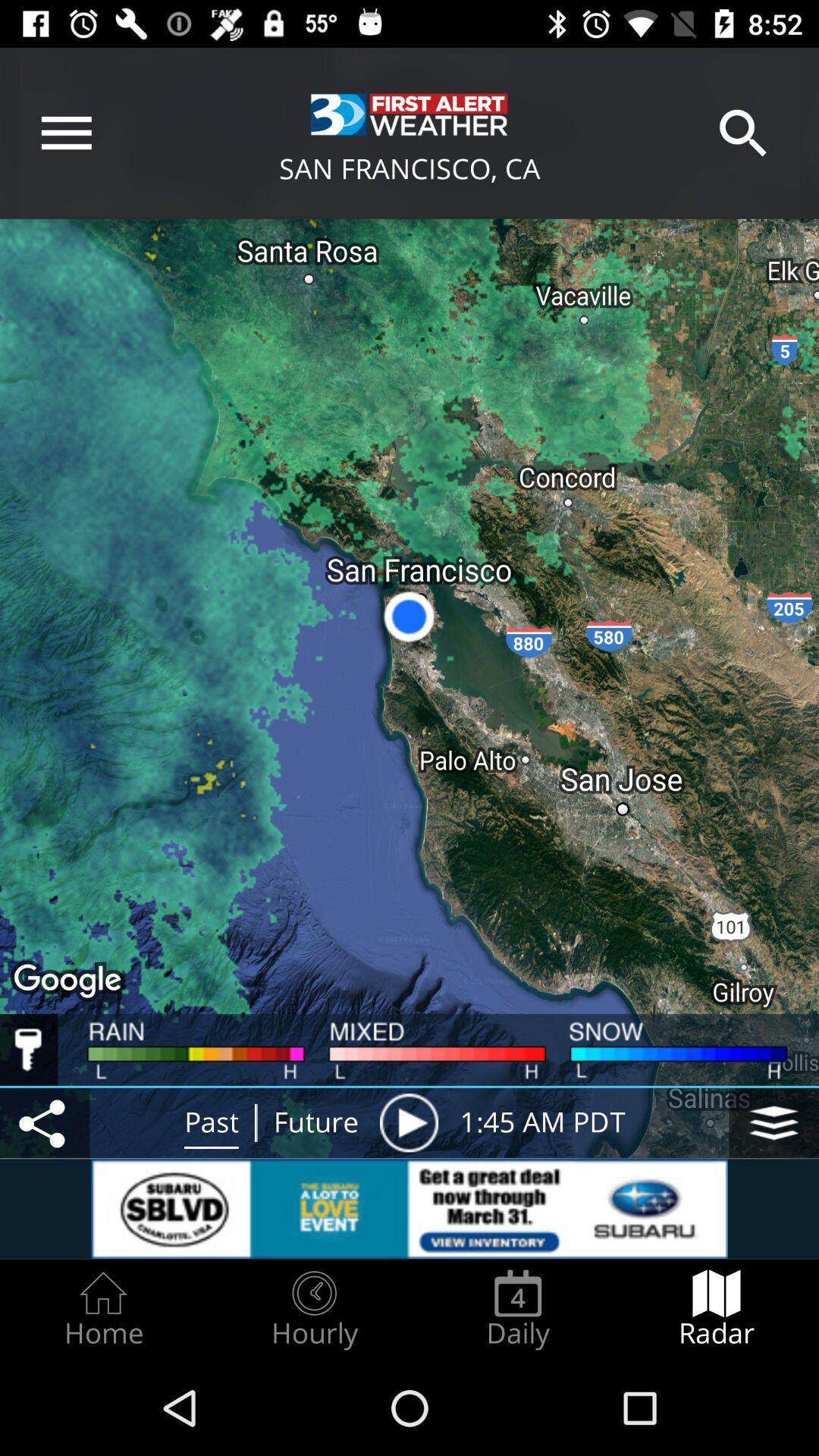  What do you see at coordinates (408, 1122) in the screenshot?
I see `se` at bounding box center [408, 1122].